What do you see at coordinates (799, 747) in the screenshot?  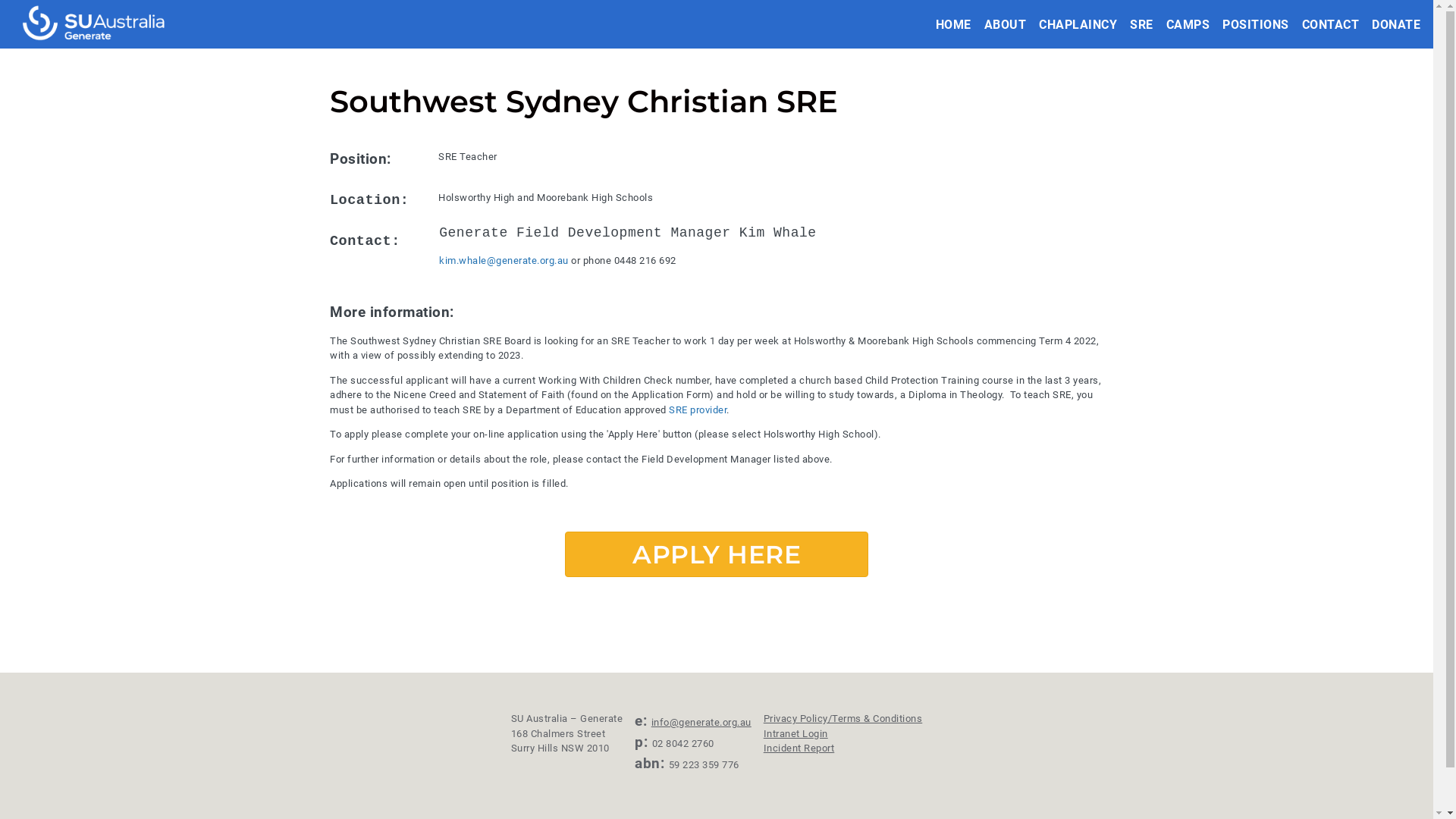 I see `'Incident Report'` at bounding box center [799, 747].